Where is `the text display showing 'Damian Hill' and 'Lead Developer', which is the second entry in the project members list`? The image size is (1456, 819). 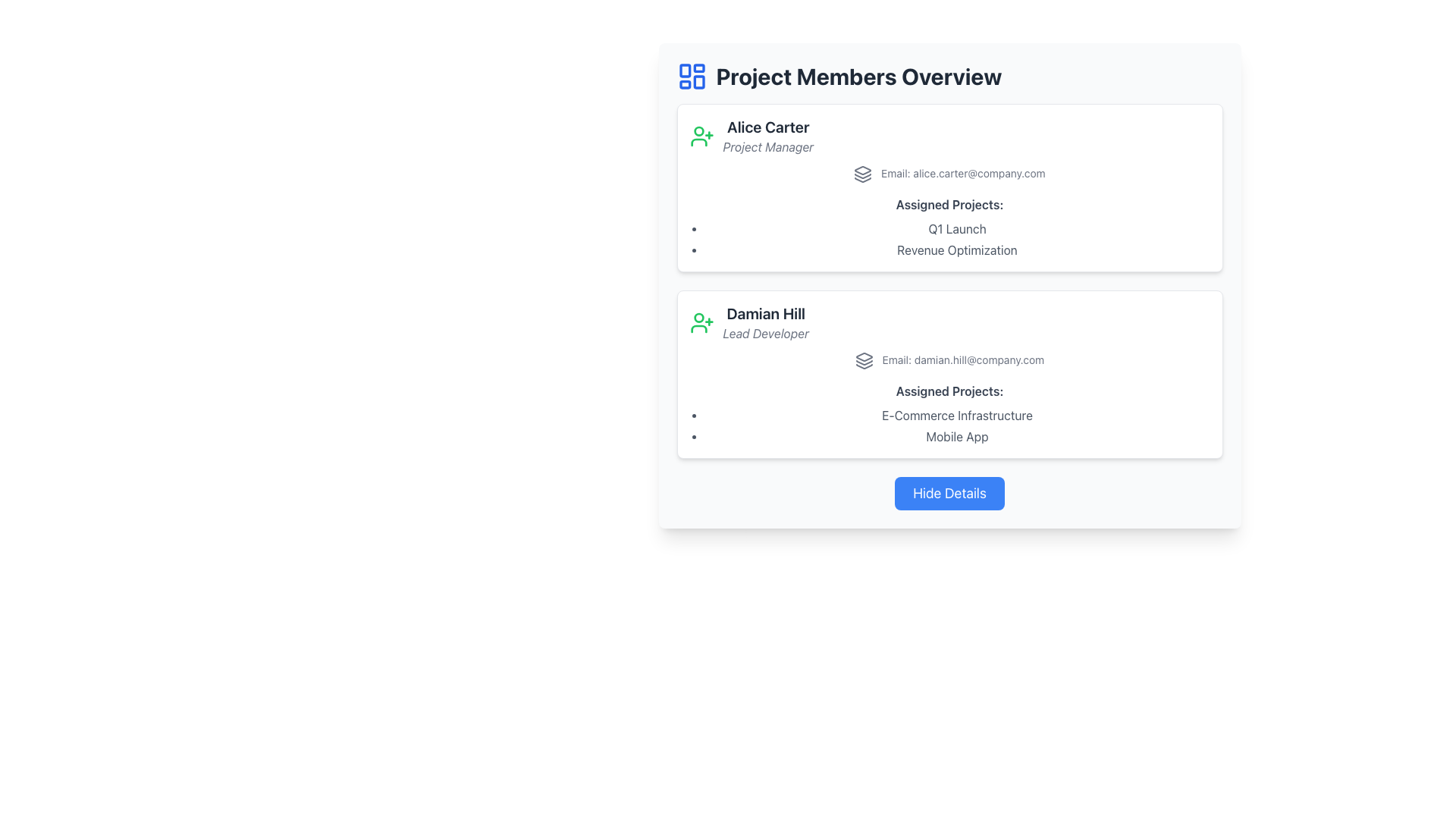 the text display showing 'Damian Hill' and 'Lead Developer', which is the second entry in the project members list is located at coordinates (766, 322).